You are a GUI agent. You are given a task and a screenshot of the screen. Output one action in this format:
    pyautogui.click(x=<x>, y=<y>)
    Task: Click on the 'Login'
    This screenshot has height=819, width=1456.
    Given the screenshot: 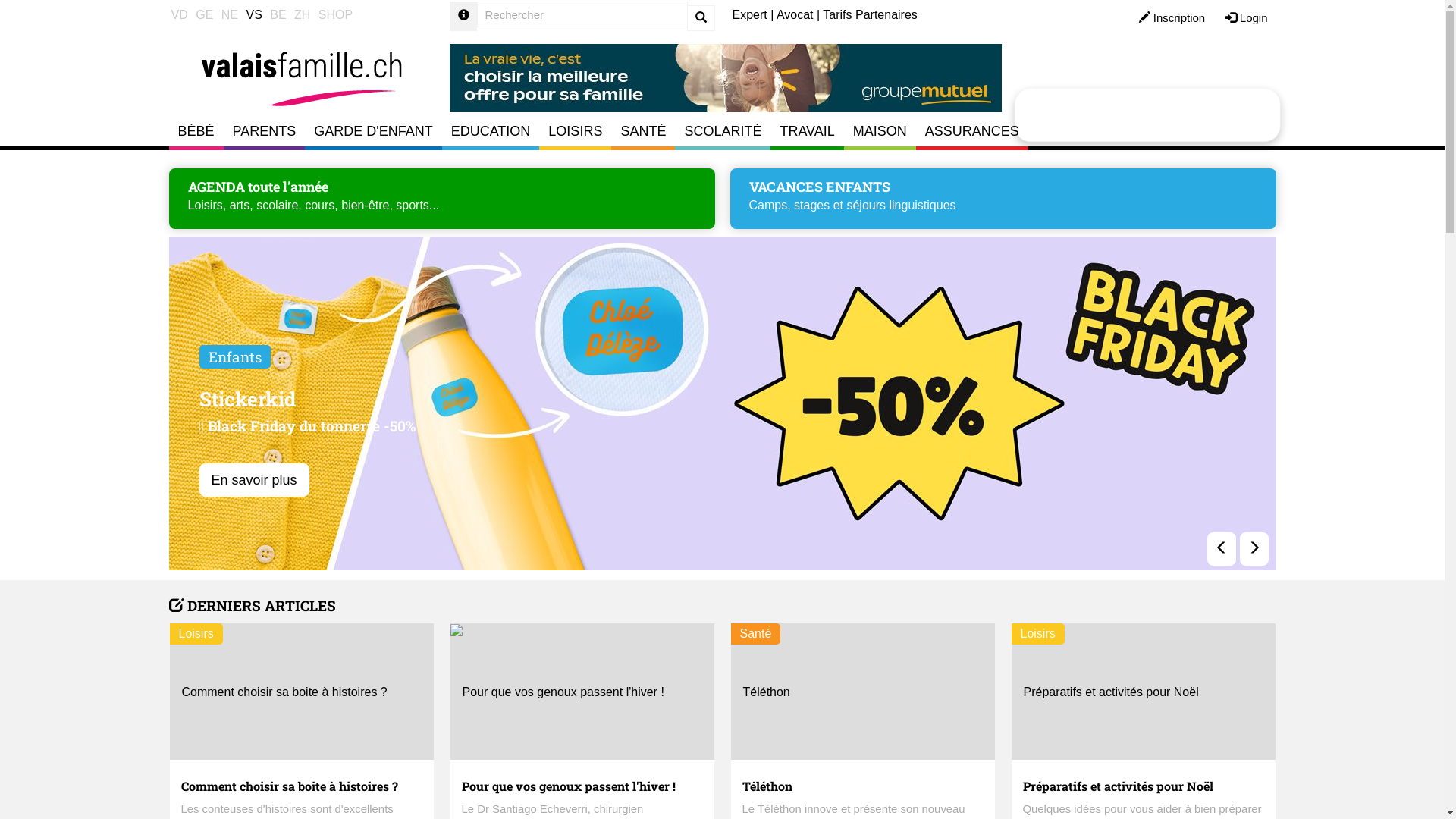 What is the action you would take?
    pyautogui.click(x=1246, y=18)
    